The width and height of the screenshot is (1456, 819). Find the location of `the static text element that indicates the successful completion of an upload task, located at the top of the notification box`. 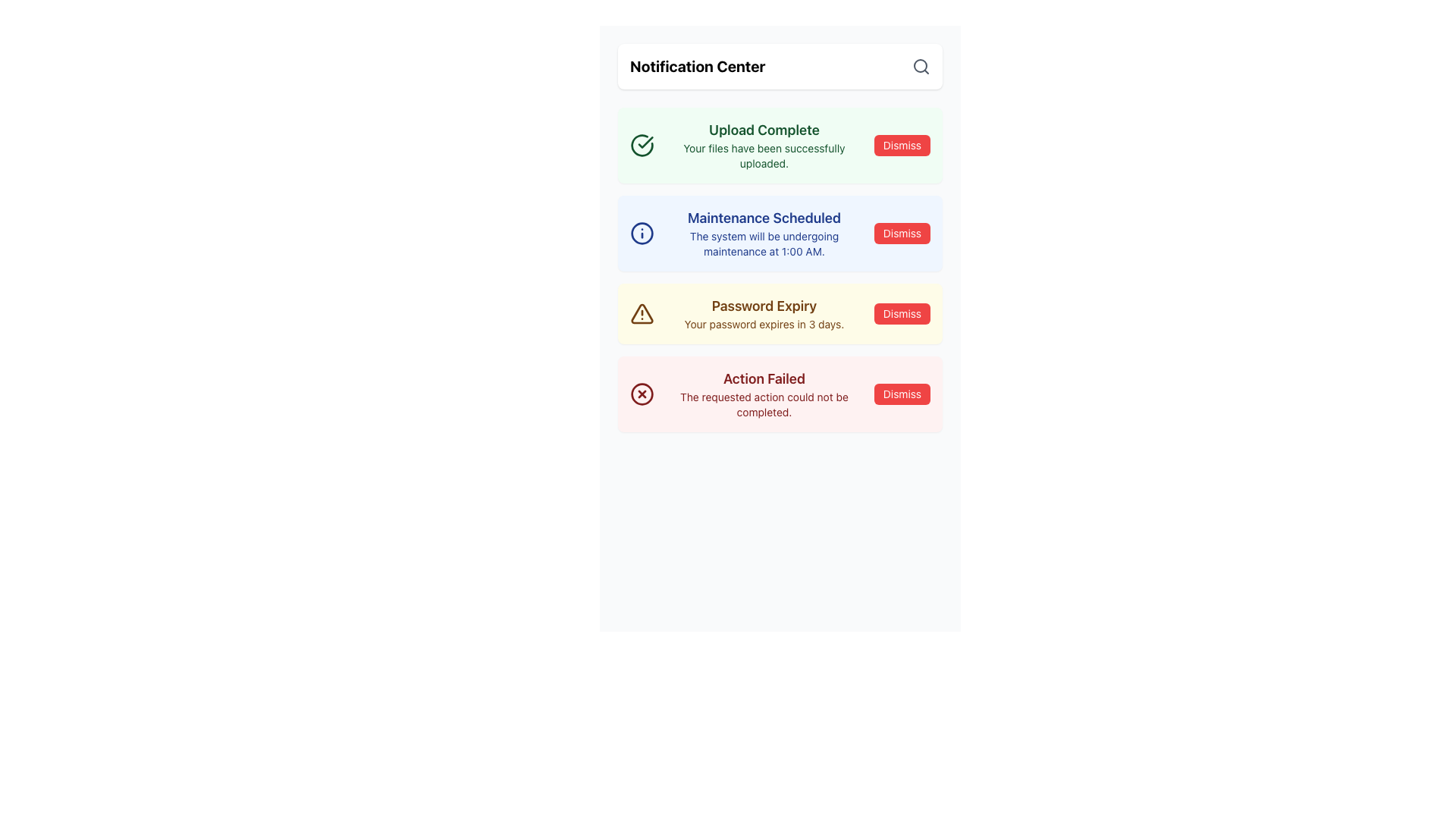

the static text element that indicates the successful completion of an upload task, located at the top of the notification box is located at coordinates (764, 130).